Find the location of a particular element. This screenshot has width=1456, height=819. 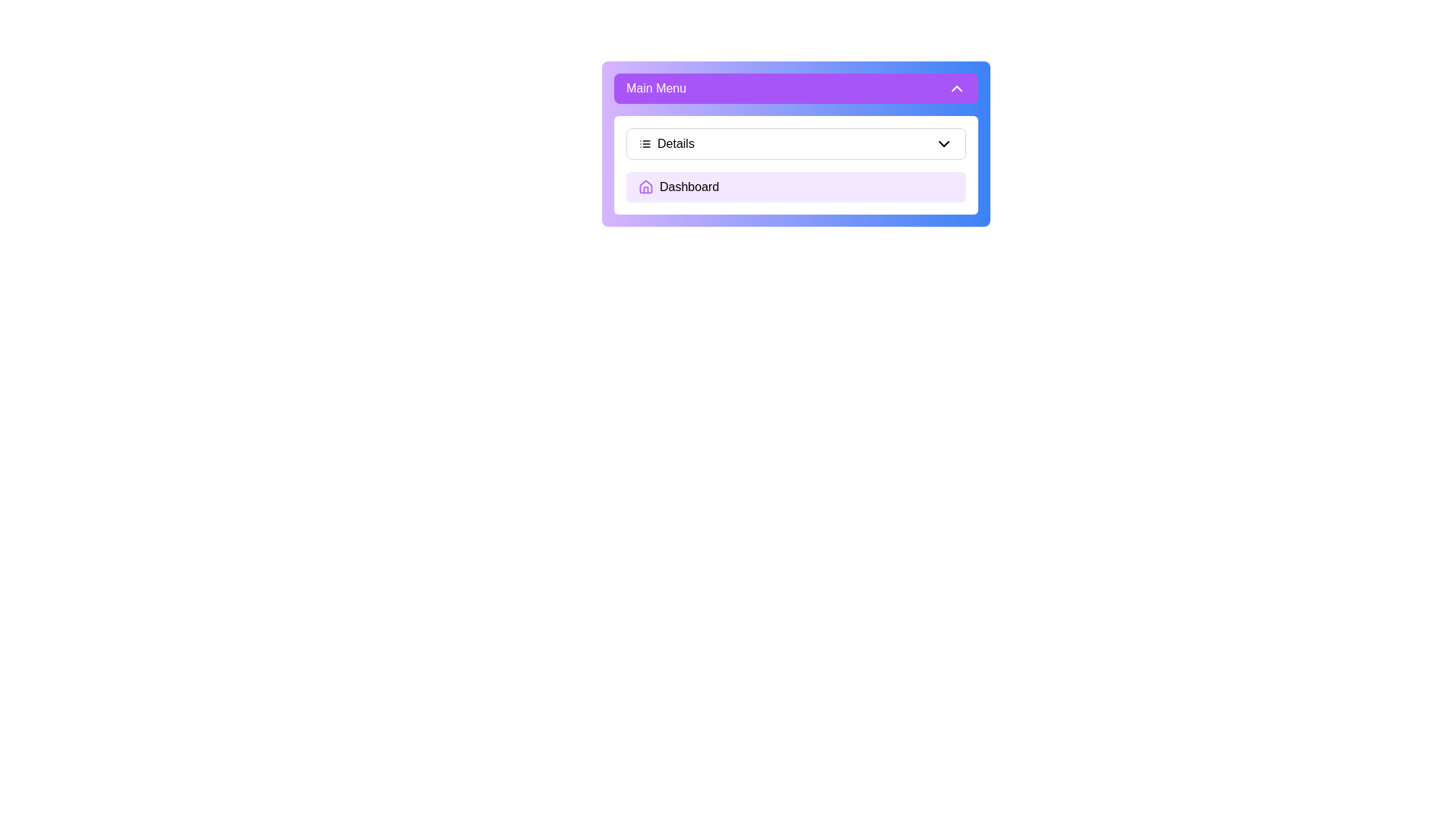

the 'Main Menu' button to toggle its state is located at coordinates (795, 88).